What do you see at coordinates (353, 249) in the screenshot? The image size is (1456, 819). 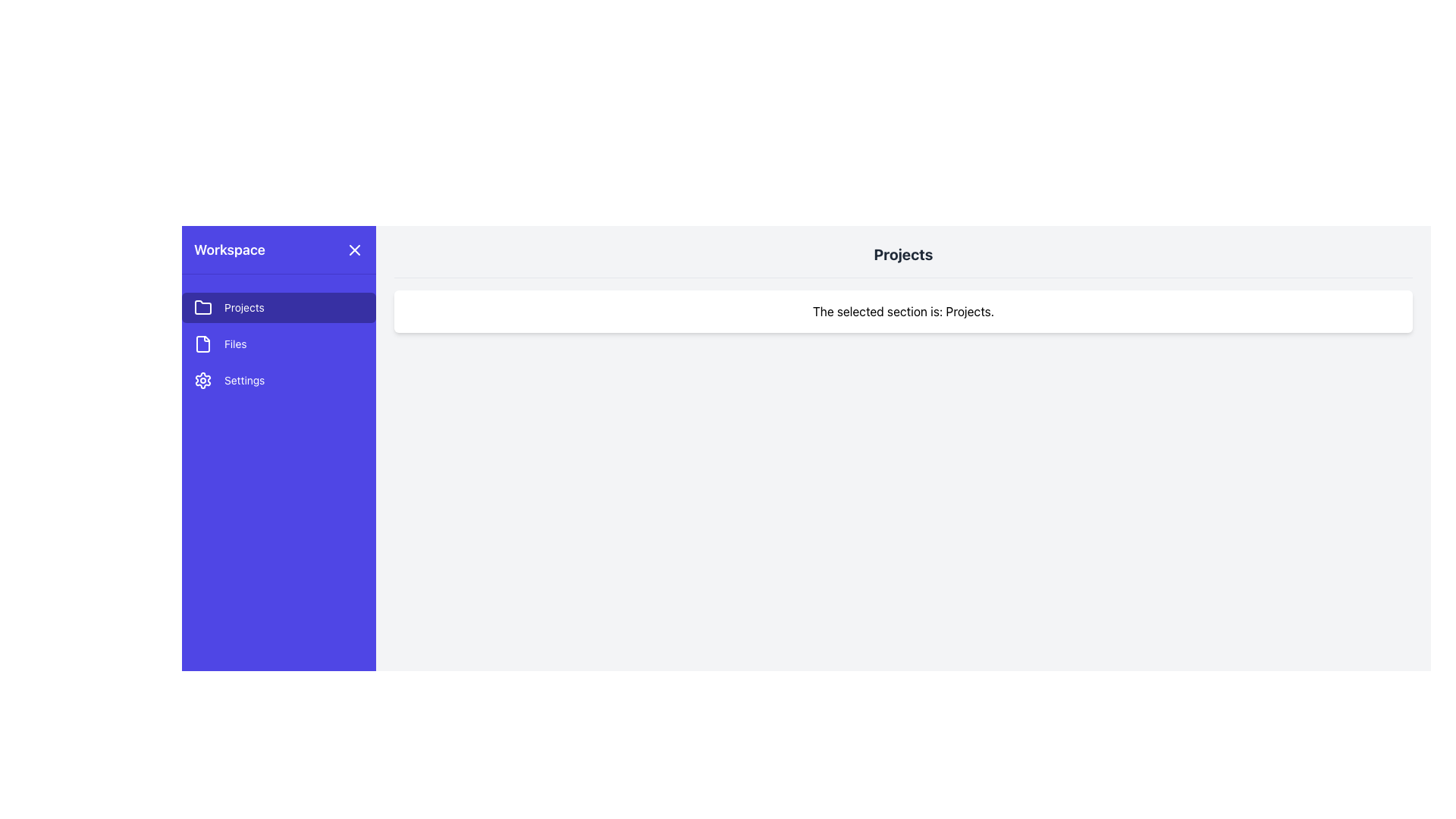 I see `the diagonal cross 'X' icon located in the header of the application's sidebar` at bounding box center [353, 249].